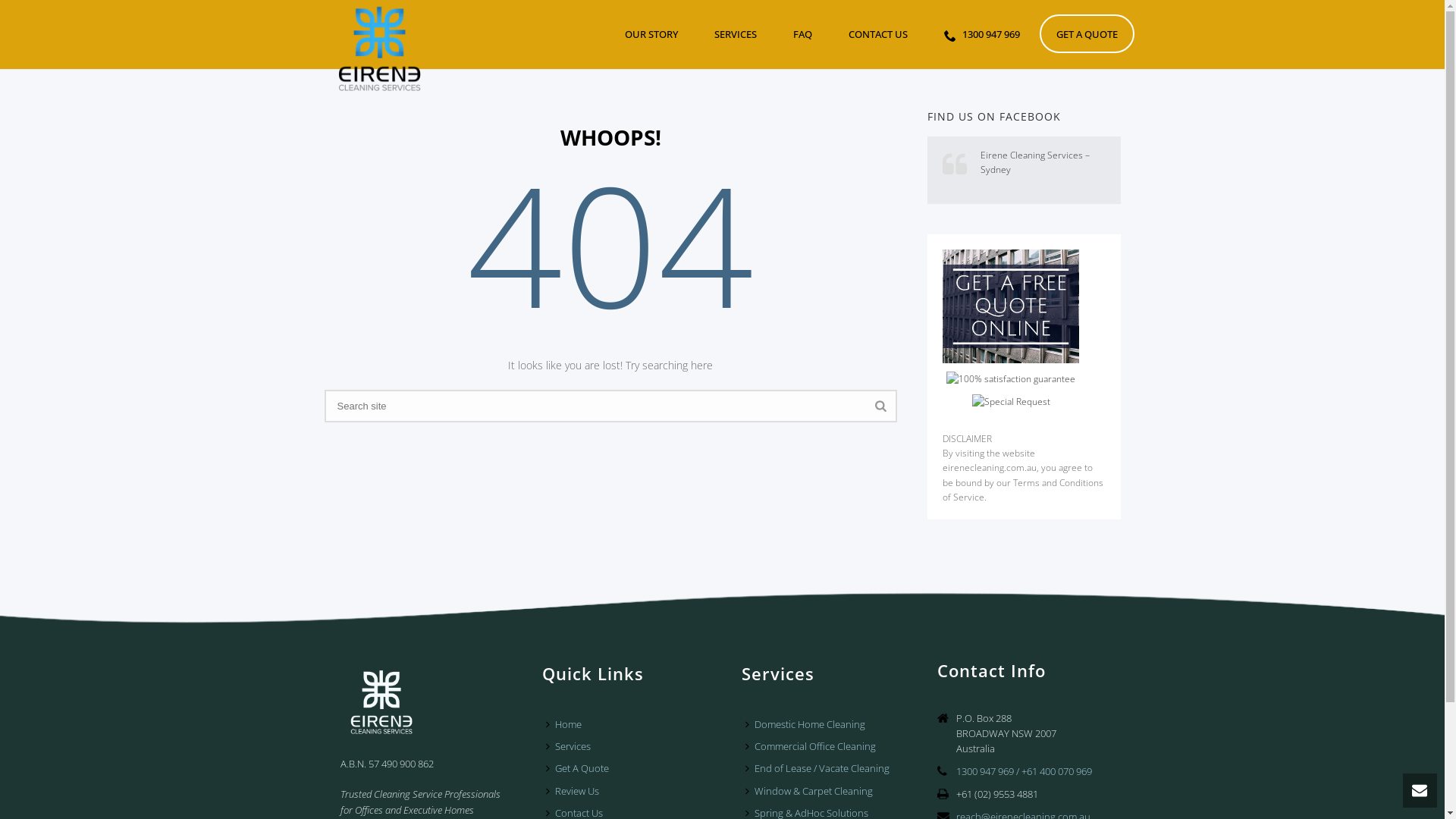 The height and width of the screenshot is (819, 1456). I want to click on 'Window & Carpet Cleaning', so click(811, 790).